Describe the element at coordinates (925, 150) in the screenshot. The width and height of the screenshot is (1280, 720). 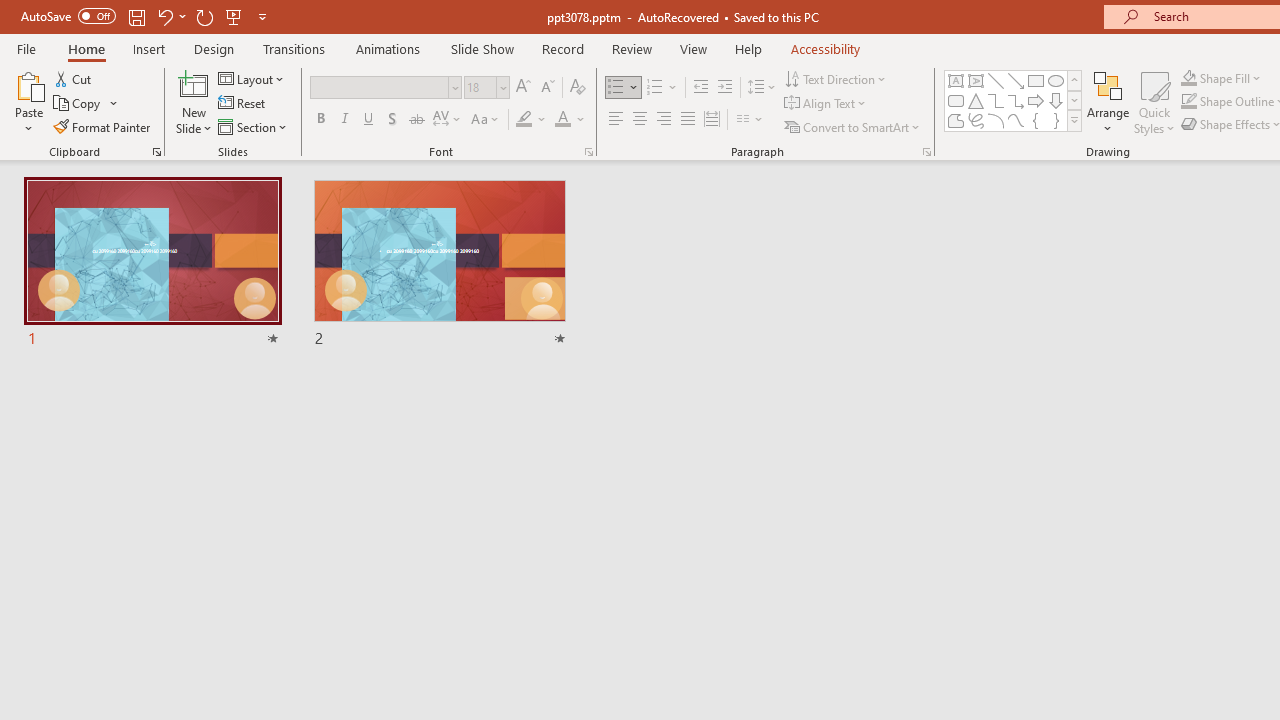
I see `'Paragraph...'` at that location.